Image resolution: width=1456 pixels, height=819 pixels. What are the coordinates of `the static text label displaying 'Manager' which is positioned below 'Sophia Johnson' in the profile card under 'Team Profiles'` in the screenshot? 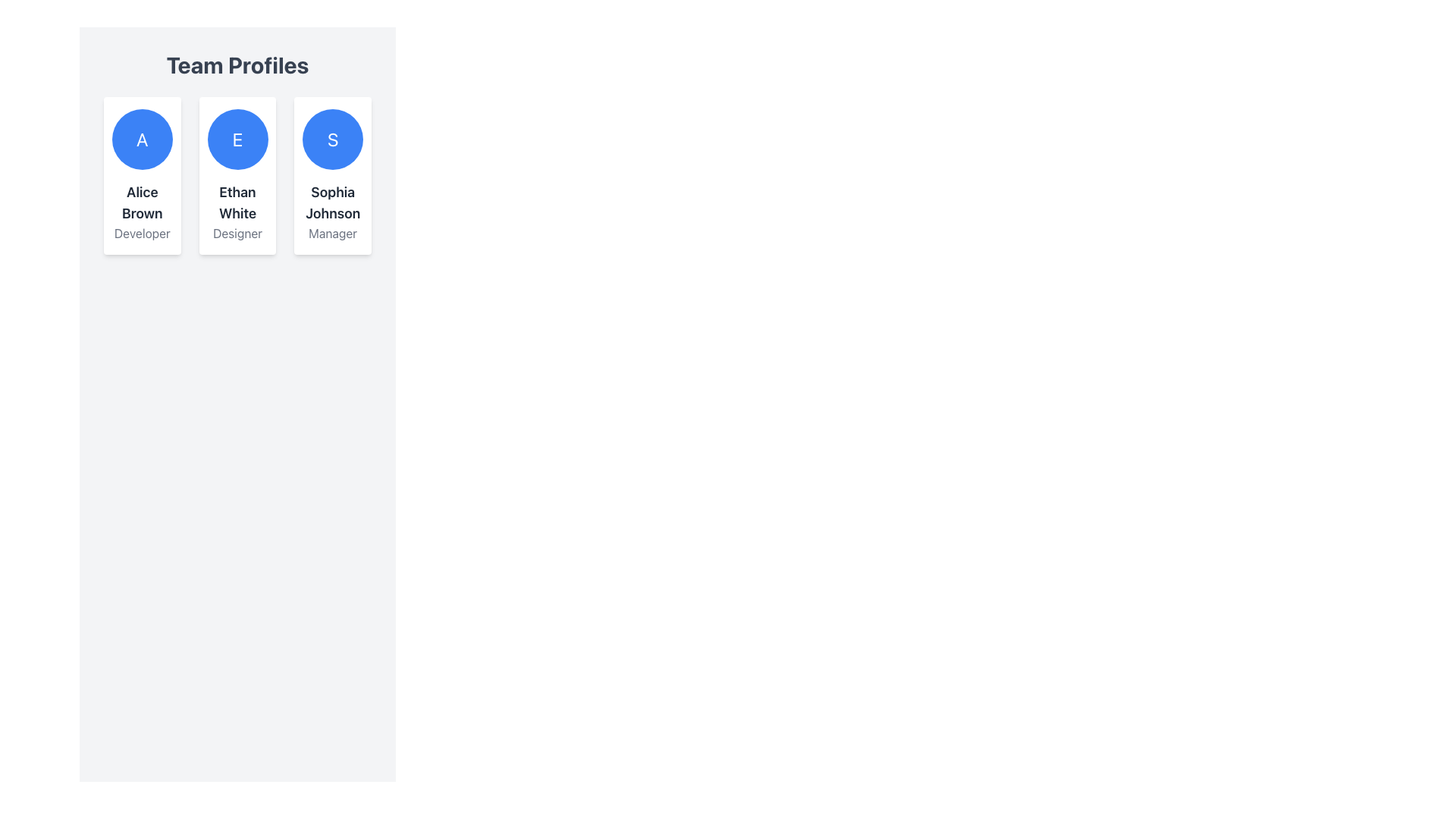 It's located at (332, 234).